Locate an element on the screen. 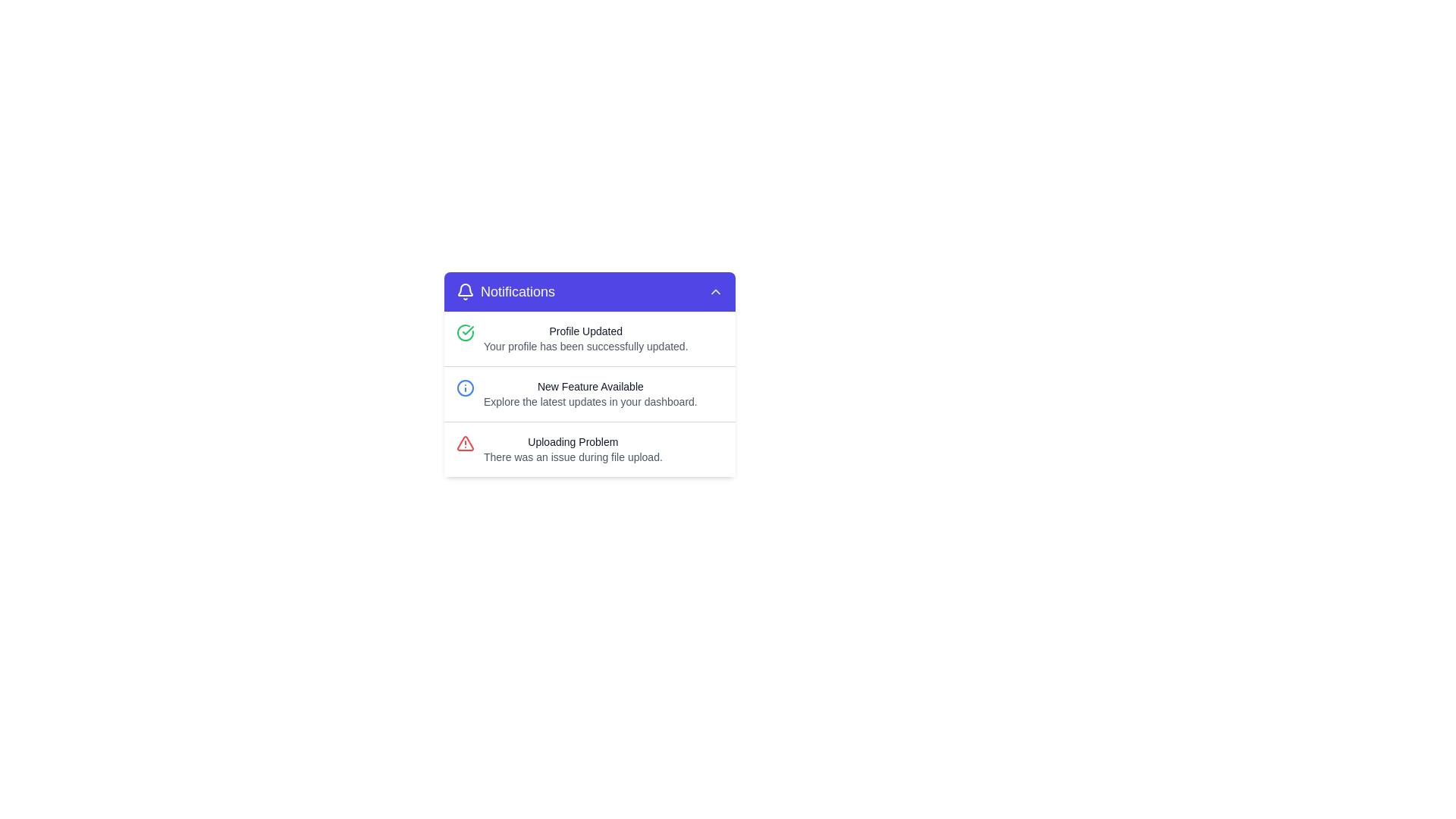  the notifications icon located at the leftmost end of the header section labeled 'Notifications' is located at coordinates (465, 292).